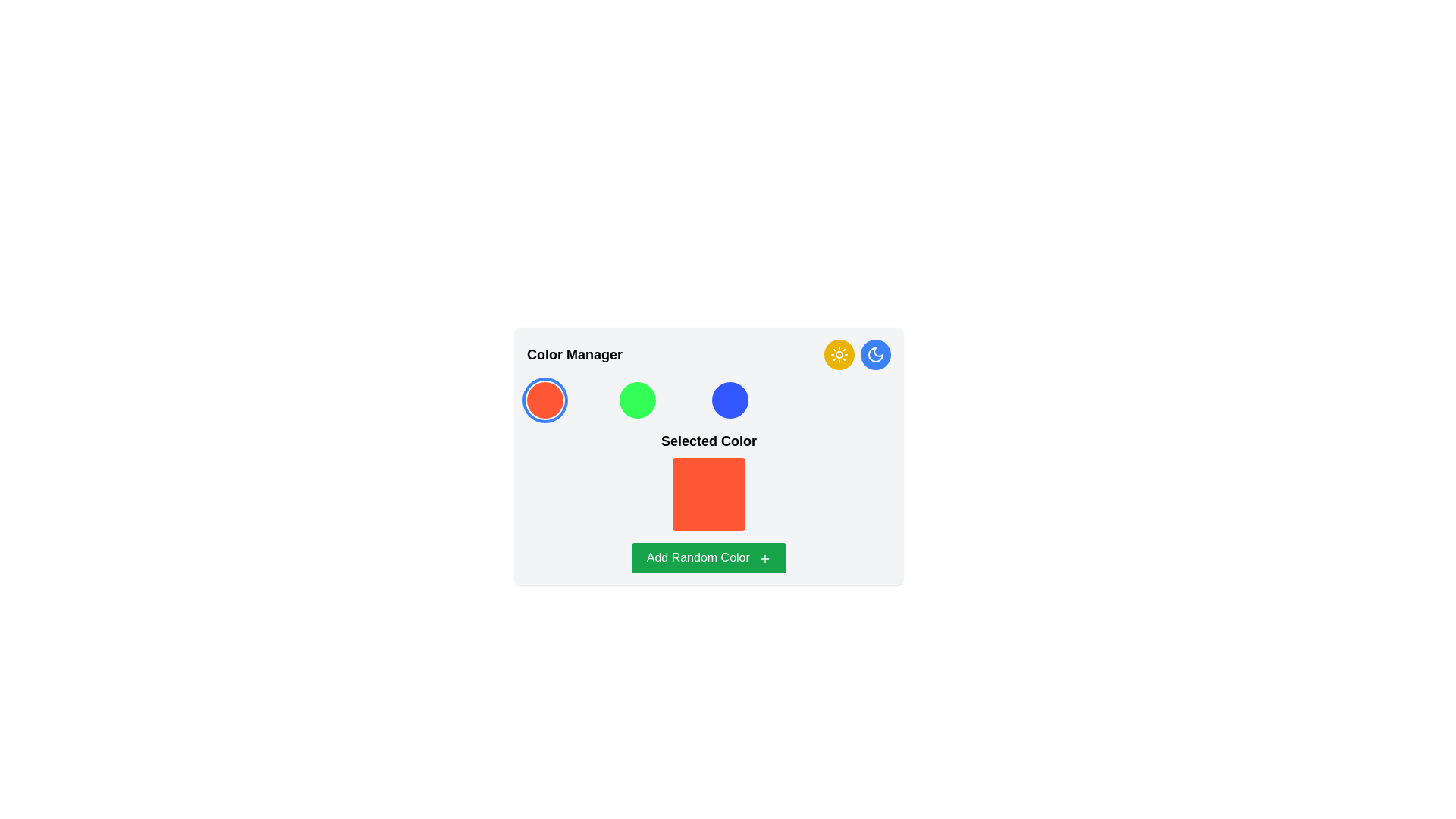 Image resolution: width=1456 pixels, height=819 pixels. What do you see at coordinates (858, 354) in the screenshot?
I see `the button group consisting of a yellow sun icon button and a blue moon icon button located in the top-right section of the 'Color Manager' panel` at bounding box center [858, 354].